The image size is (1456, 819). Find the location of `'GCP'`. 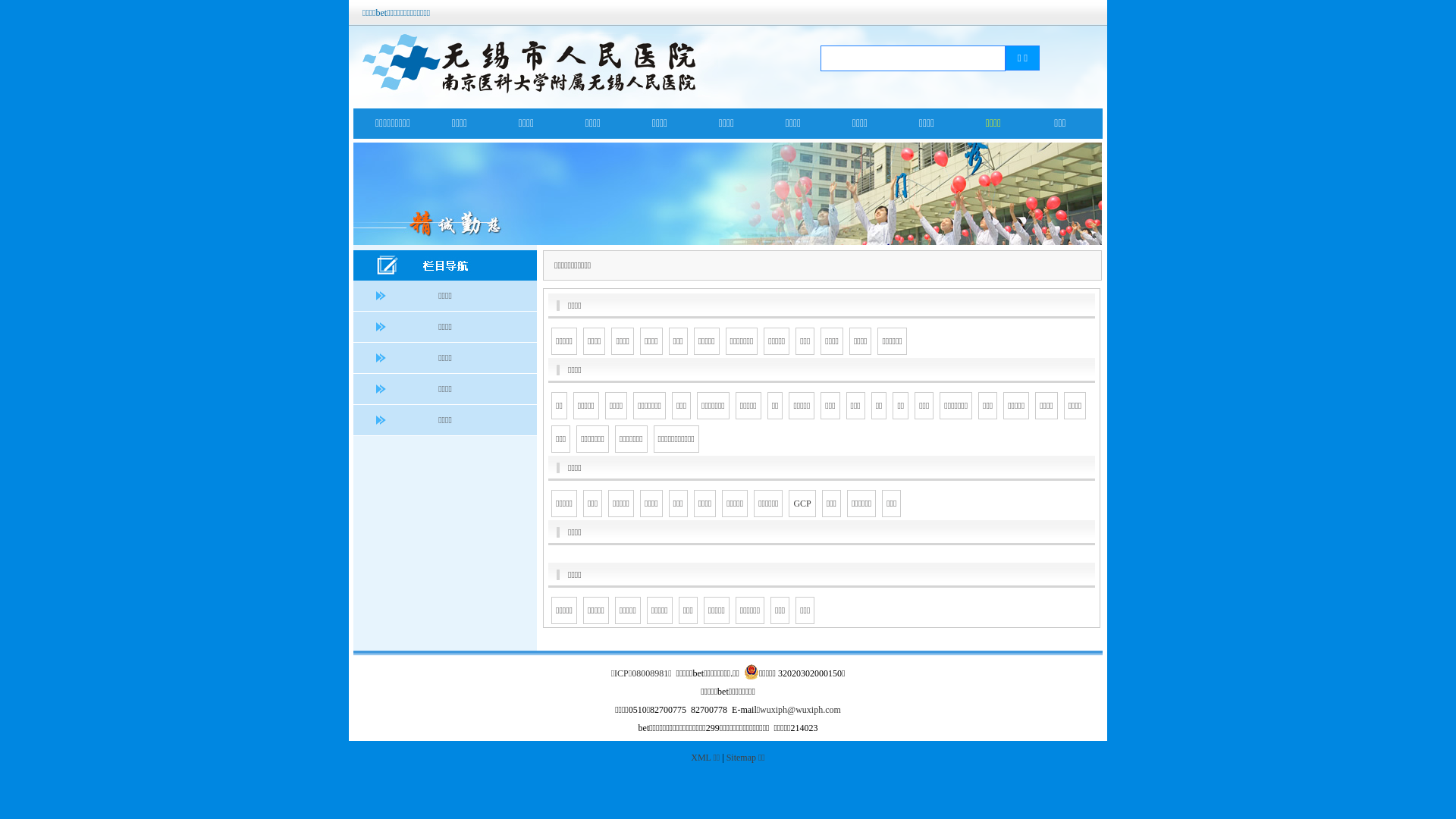

'GCP' is located at coordinates (801, 503).